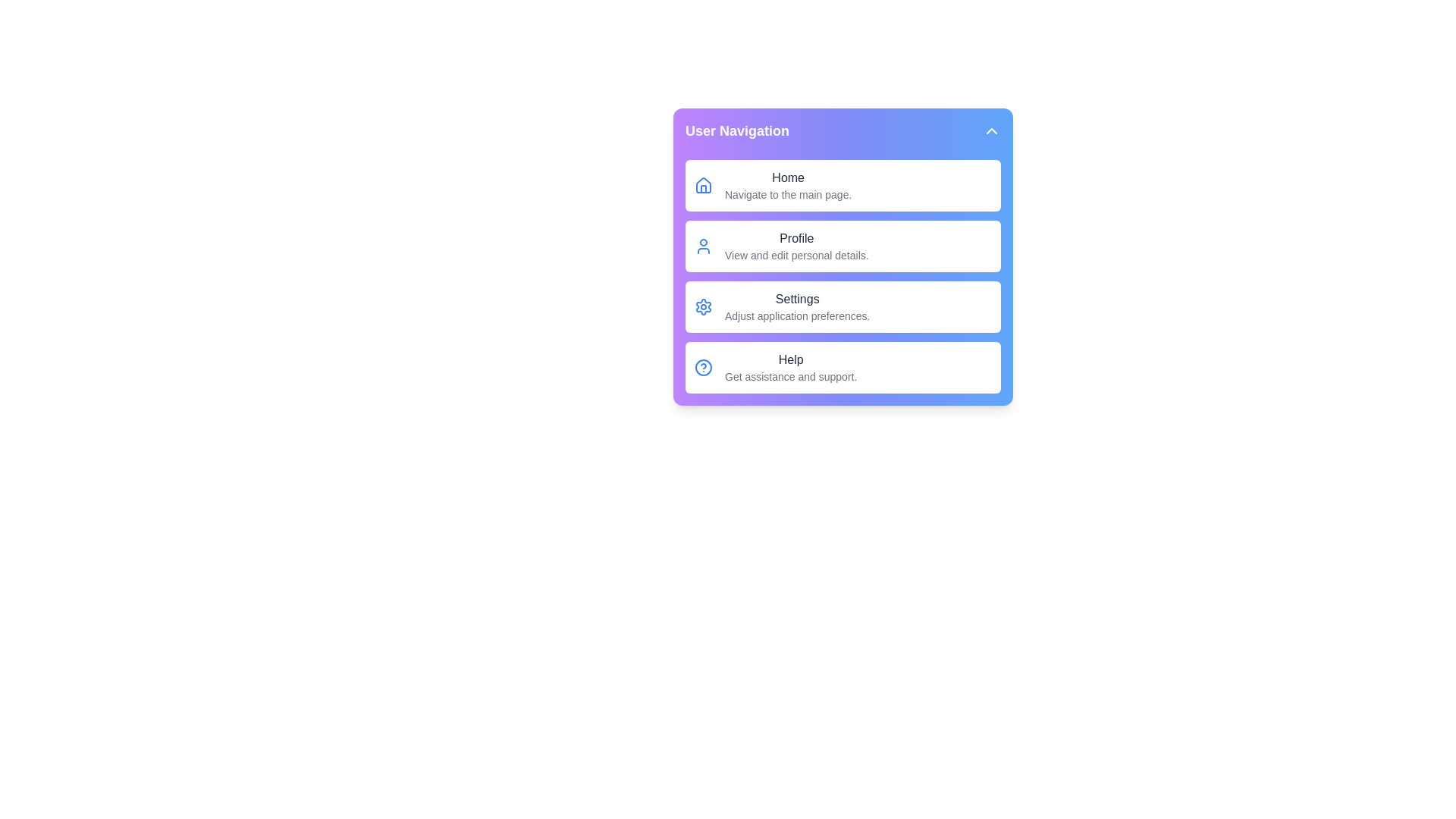 This screenshot has height=819, width=1456. I want to click on the menu item Profile from the dropdown menu, so click(843, 245).